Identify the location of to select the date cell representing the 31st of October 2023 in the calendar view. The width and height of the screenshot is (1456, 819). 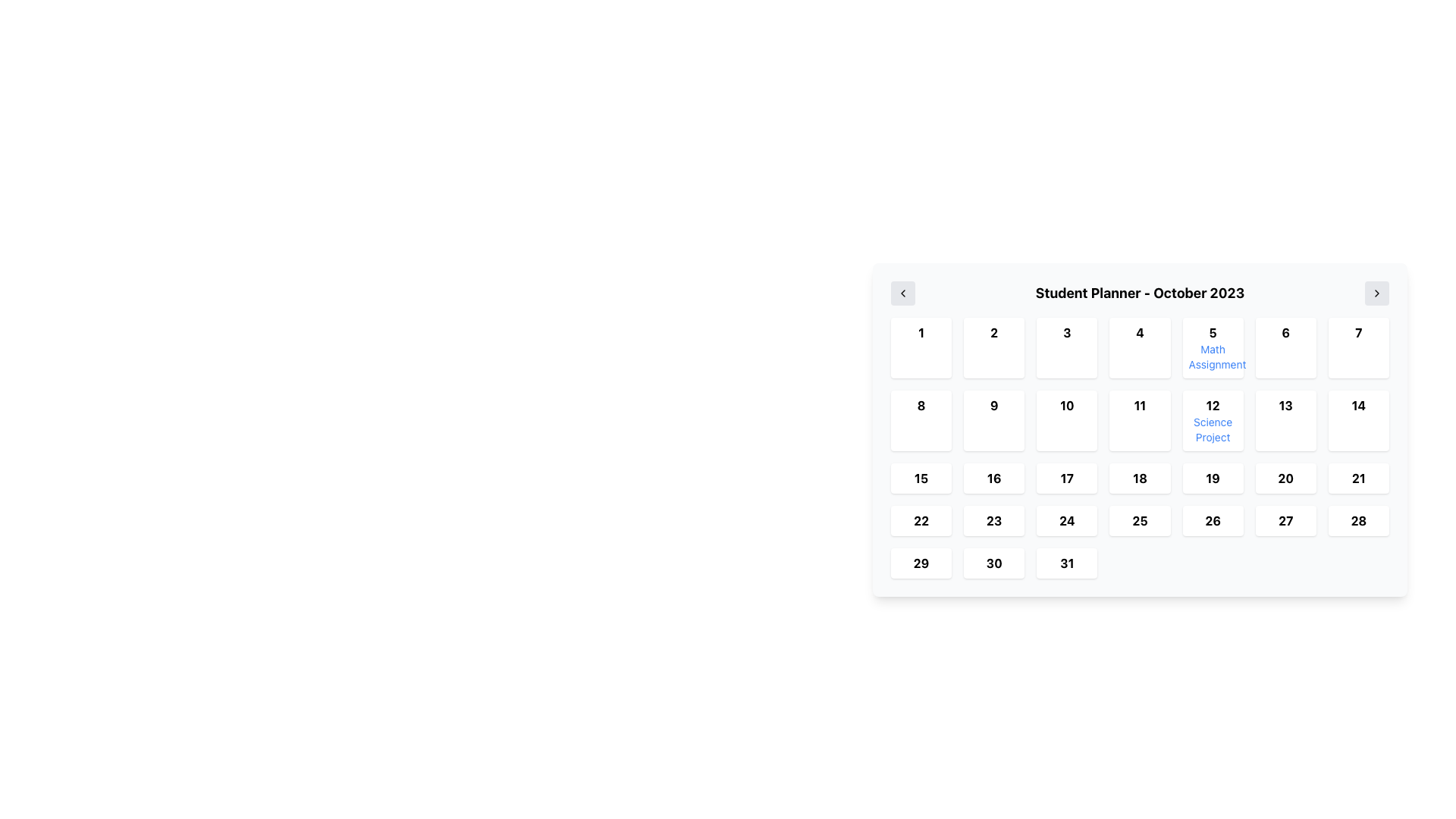
(1065, 563).